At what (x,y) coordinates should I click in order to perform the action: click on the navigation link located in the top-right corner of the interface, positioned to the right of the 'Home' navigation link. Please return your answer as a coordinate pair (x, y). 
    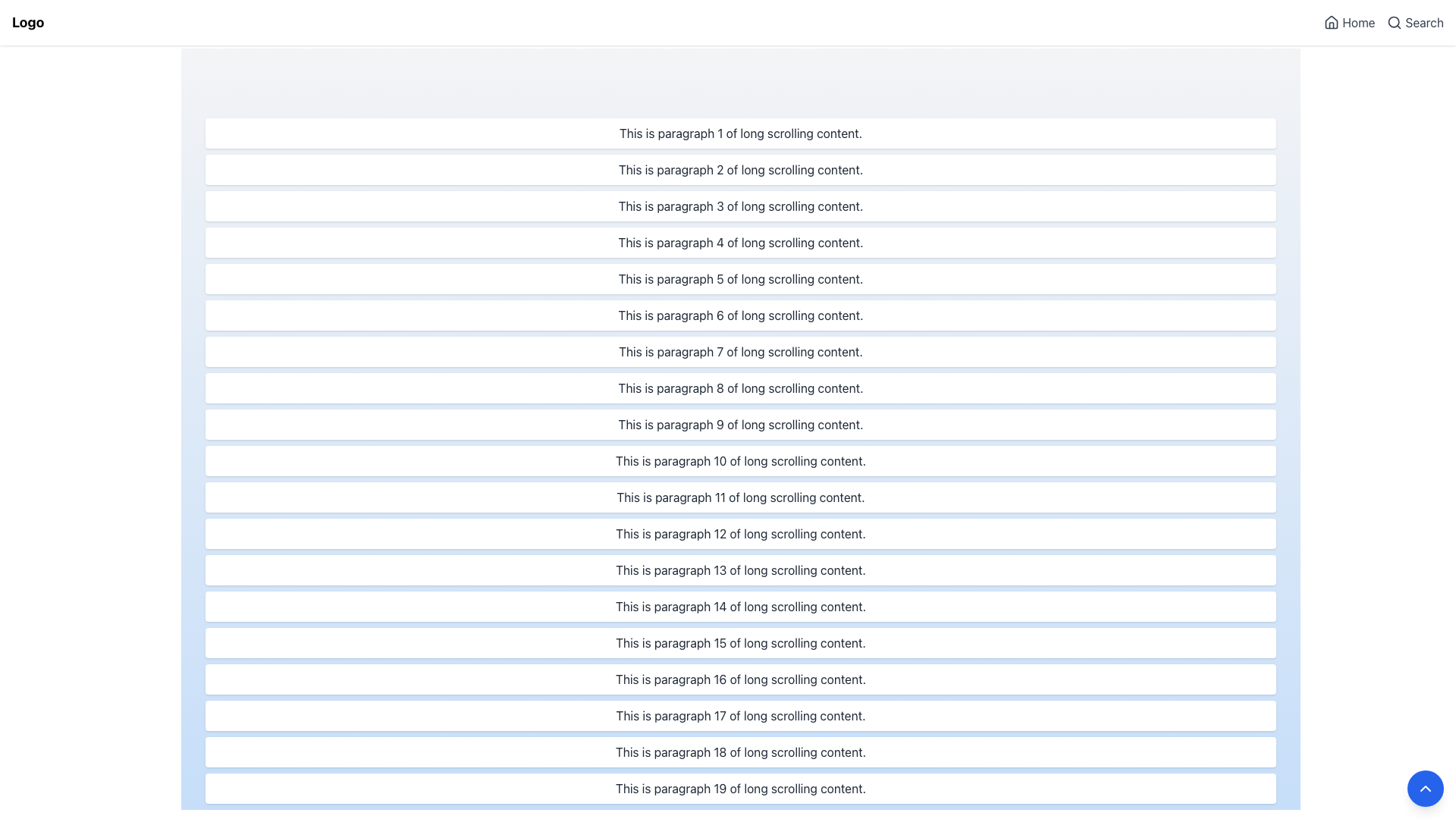
    Looking at the image, I should click on (1414, 23).